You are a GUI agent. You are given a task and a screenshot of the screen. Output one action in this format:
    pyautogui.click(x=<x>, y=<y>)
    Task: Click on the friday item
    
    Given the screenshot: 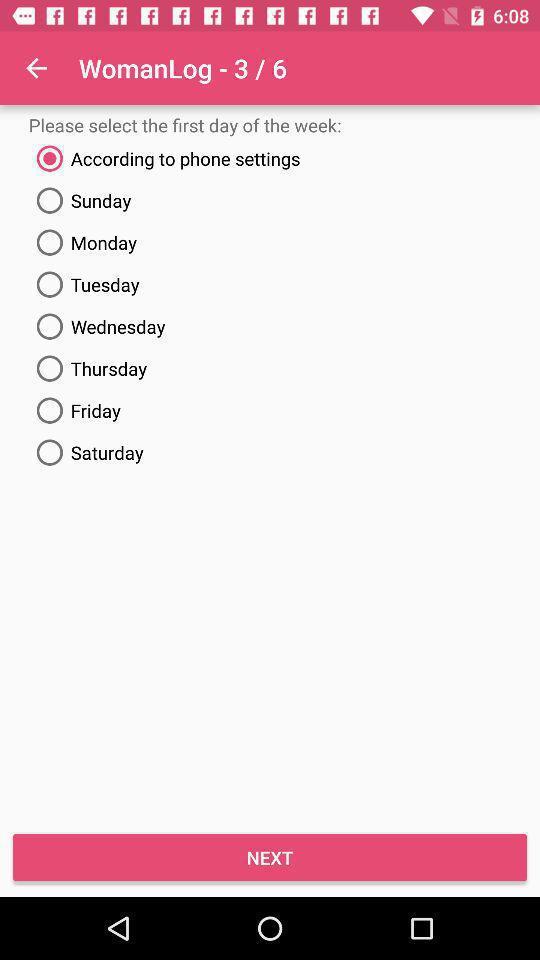 What is the action you would take?
    pyautogui.click(x=270, y=409)
    